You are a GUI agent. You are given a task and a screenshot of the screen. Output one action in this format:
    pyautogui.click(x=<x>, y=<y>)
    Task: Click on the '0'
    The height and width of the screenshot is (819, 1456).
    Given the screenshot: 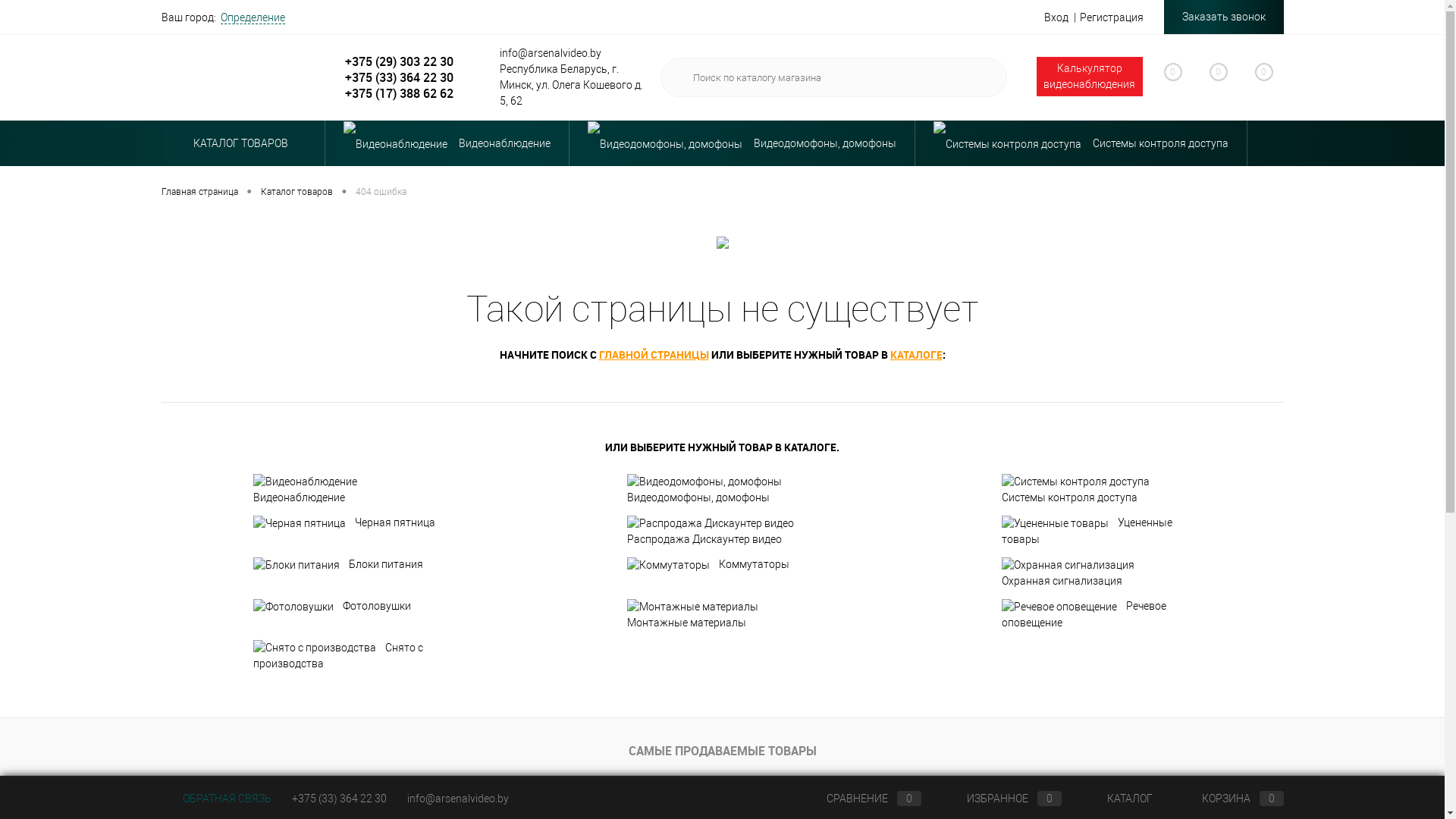 What is the action you would take?
    pyautogui.click(x=1186, y=80)
    